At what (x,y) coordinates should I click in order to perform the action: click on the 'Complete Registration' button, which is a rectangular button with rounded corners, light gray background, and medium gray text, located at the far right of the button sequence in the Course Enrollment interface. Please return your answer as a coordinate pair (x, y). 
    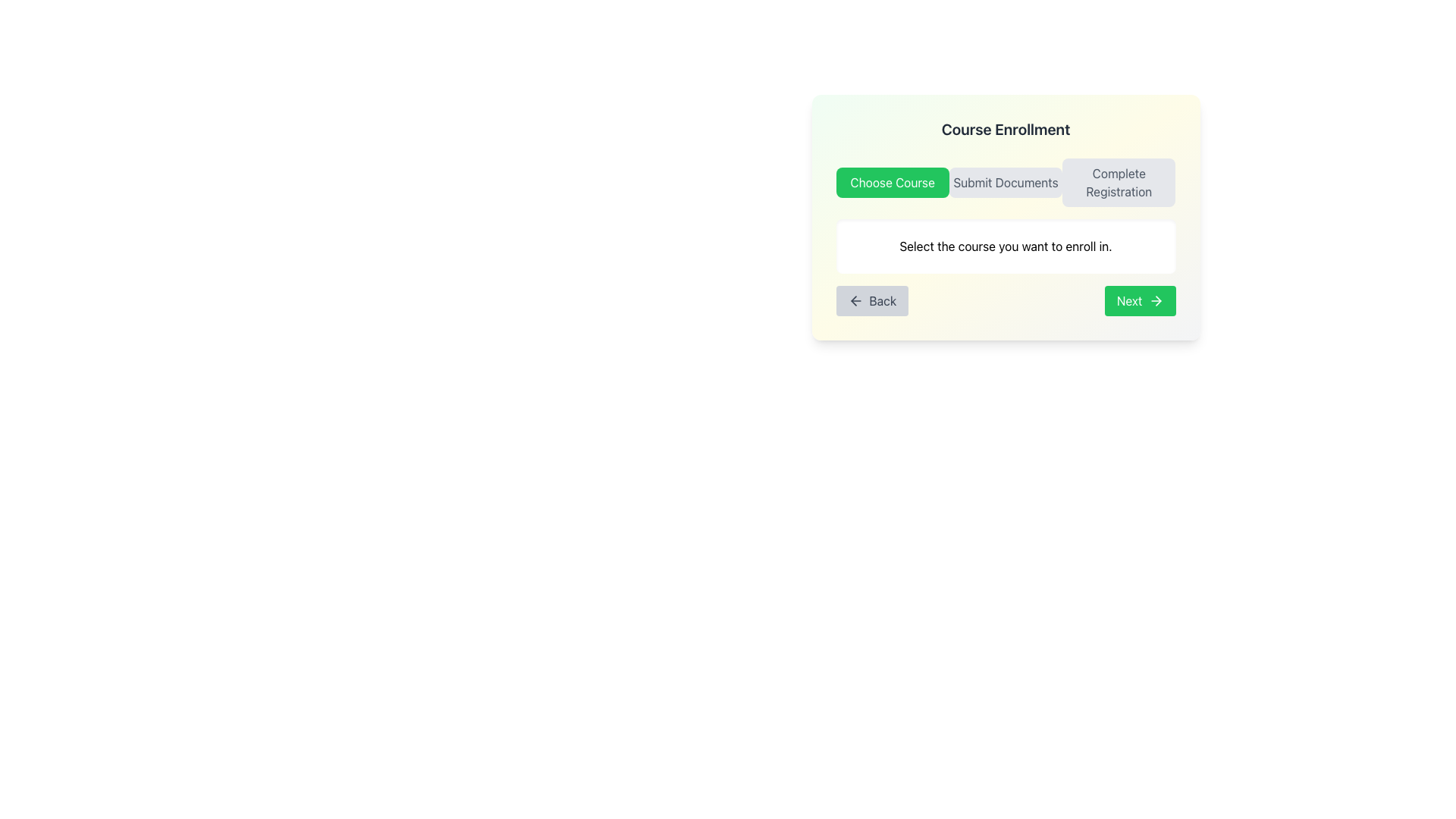
    Looking at the image, I should click on (1119, 181).